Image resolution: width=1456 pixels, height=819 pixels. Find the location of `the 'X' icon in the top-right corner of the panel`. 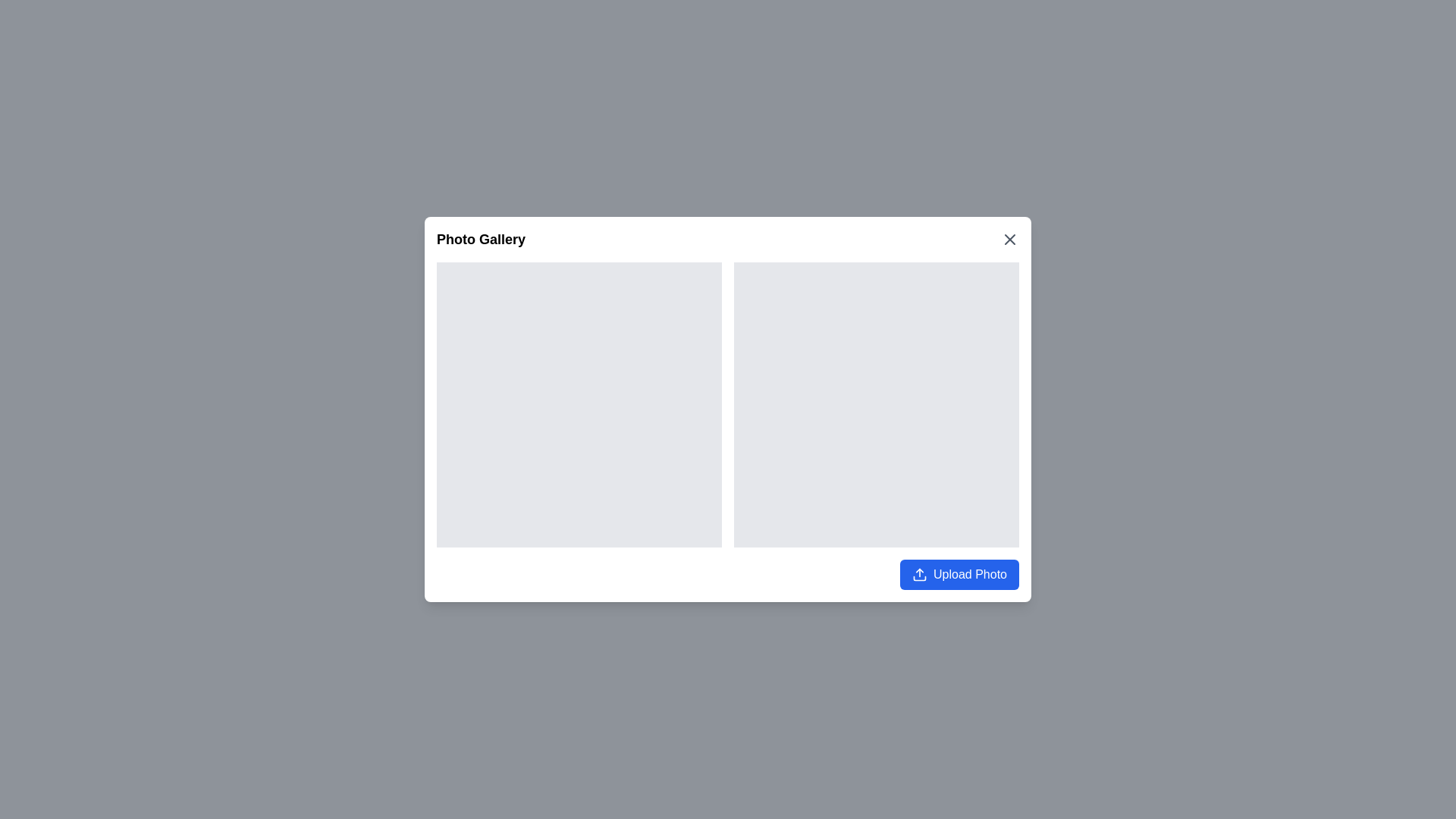

the 'X' icon in the top-right corner of the panel is located at coordinates (1009, 239).